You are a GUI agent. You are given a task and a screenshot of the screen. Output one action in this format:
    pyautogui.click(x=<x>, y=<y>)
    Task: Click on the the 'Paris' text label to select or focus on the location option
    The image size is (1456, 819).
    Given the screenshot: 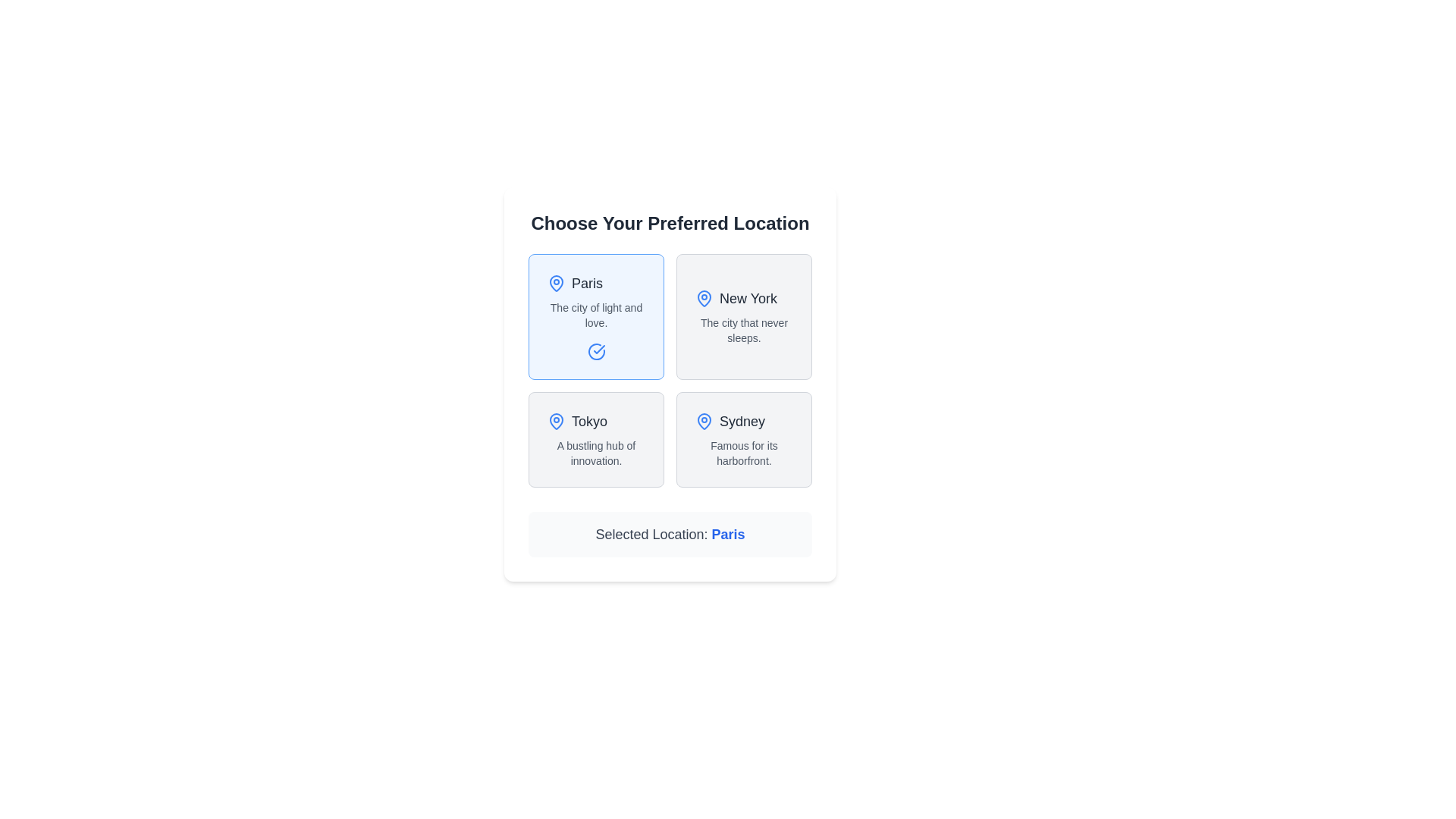 What is the action you would take?
    pyautogui.click(x=586, y=284)
    